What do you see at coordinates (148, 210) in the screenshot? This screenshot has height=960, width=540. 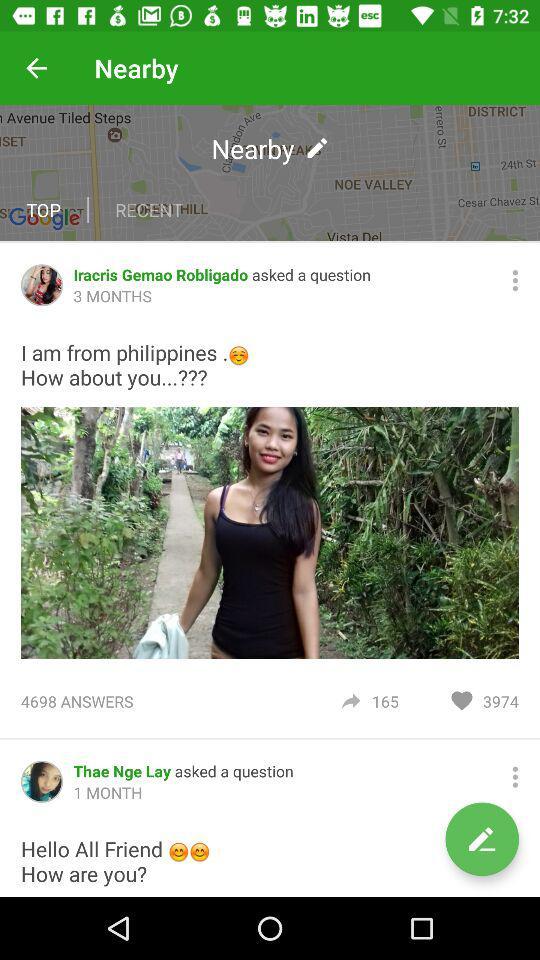 I see `recent item` at bounding box center [148, 210].